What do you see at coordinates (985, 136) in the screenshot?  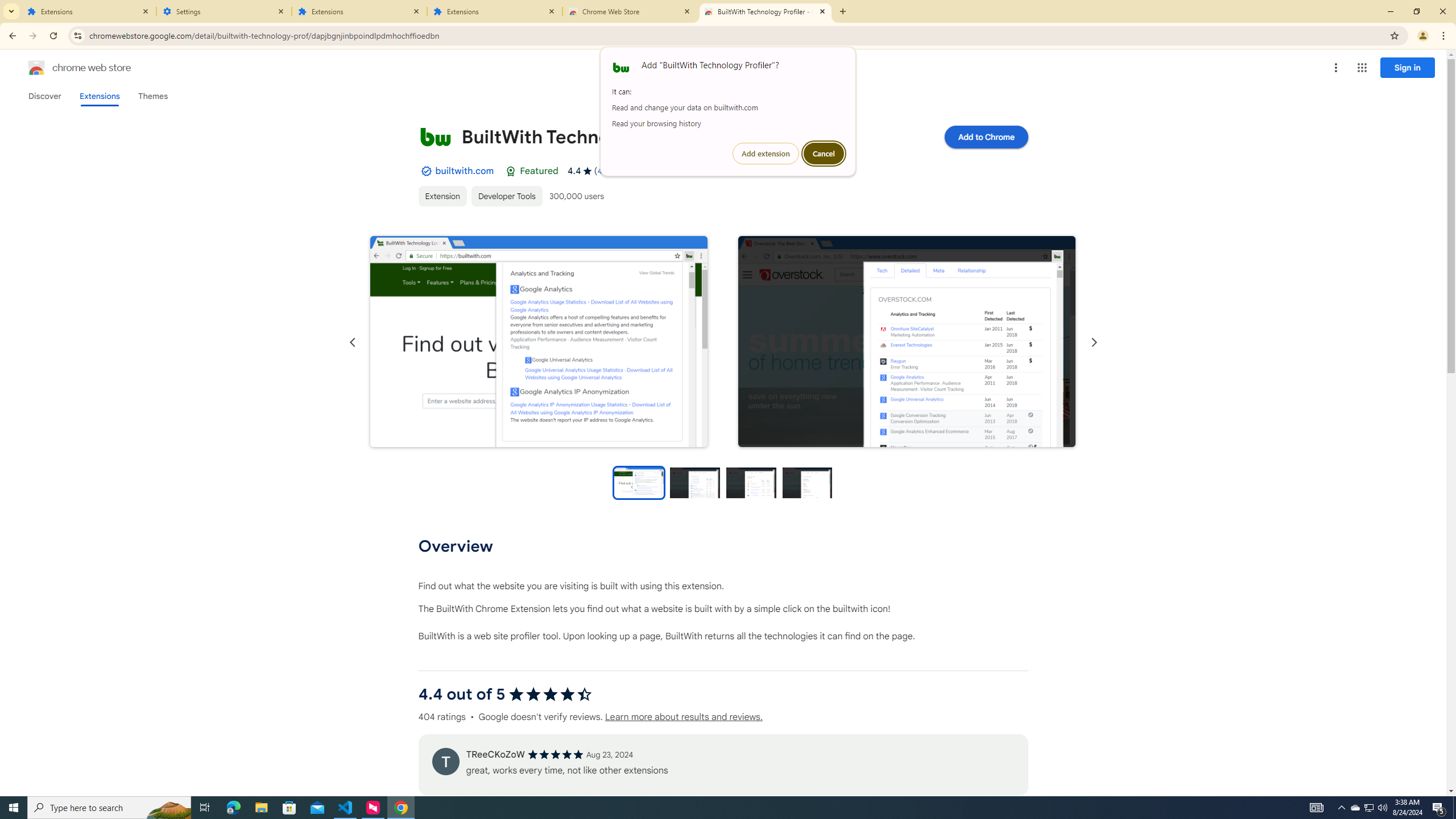 I see `'Add to Chrome'` at bounding box center [985, 136].